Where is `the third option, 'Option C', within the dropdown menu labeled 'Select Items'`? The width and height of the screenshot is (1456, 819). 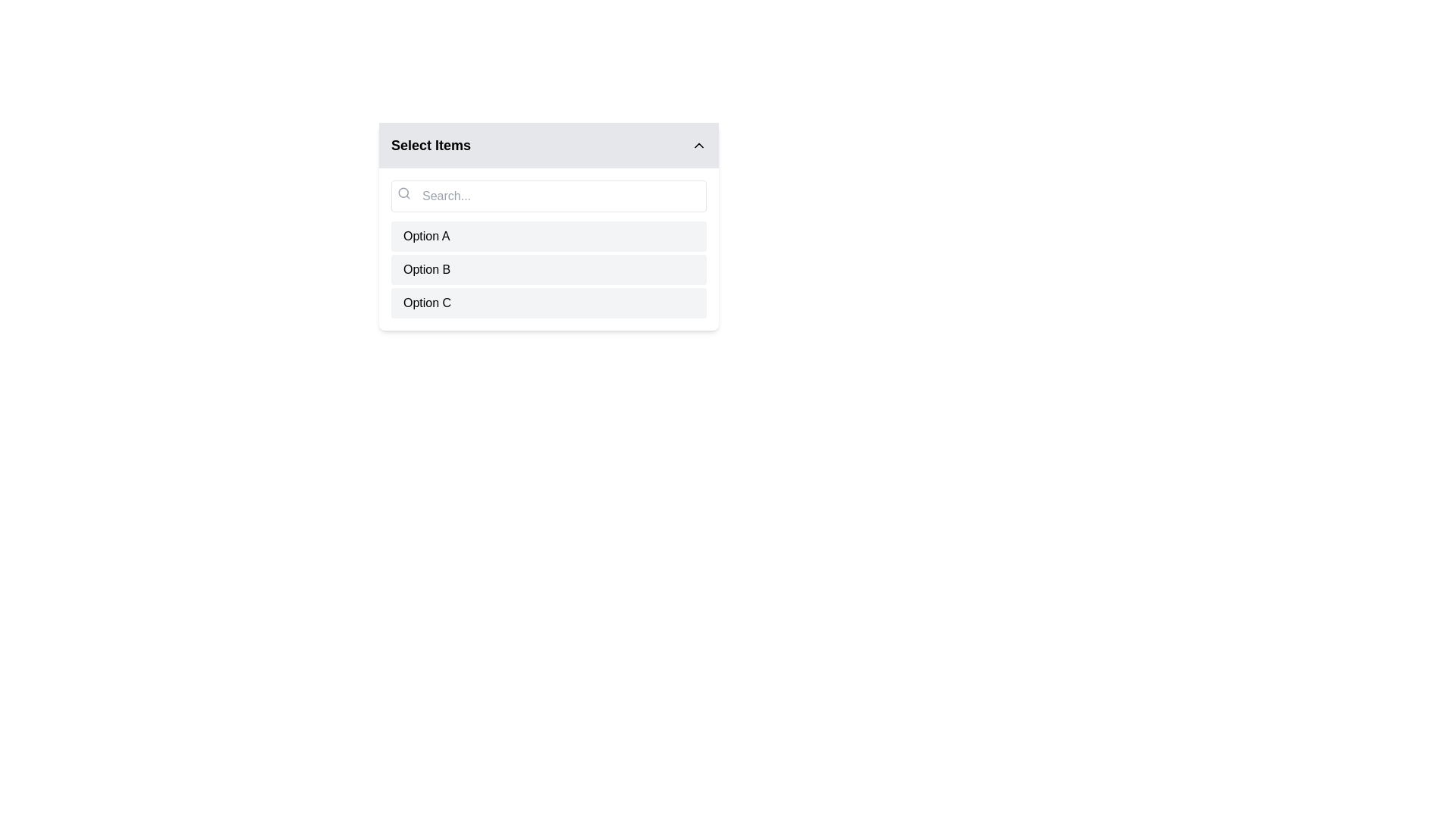
the third option, 'Option C', within the dropdown menu labeled 'Select Items' is located at coordinates (426, 303).